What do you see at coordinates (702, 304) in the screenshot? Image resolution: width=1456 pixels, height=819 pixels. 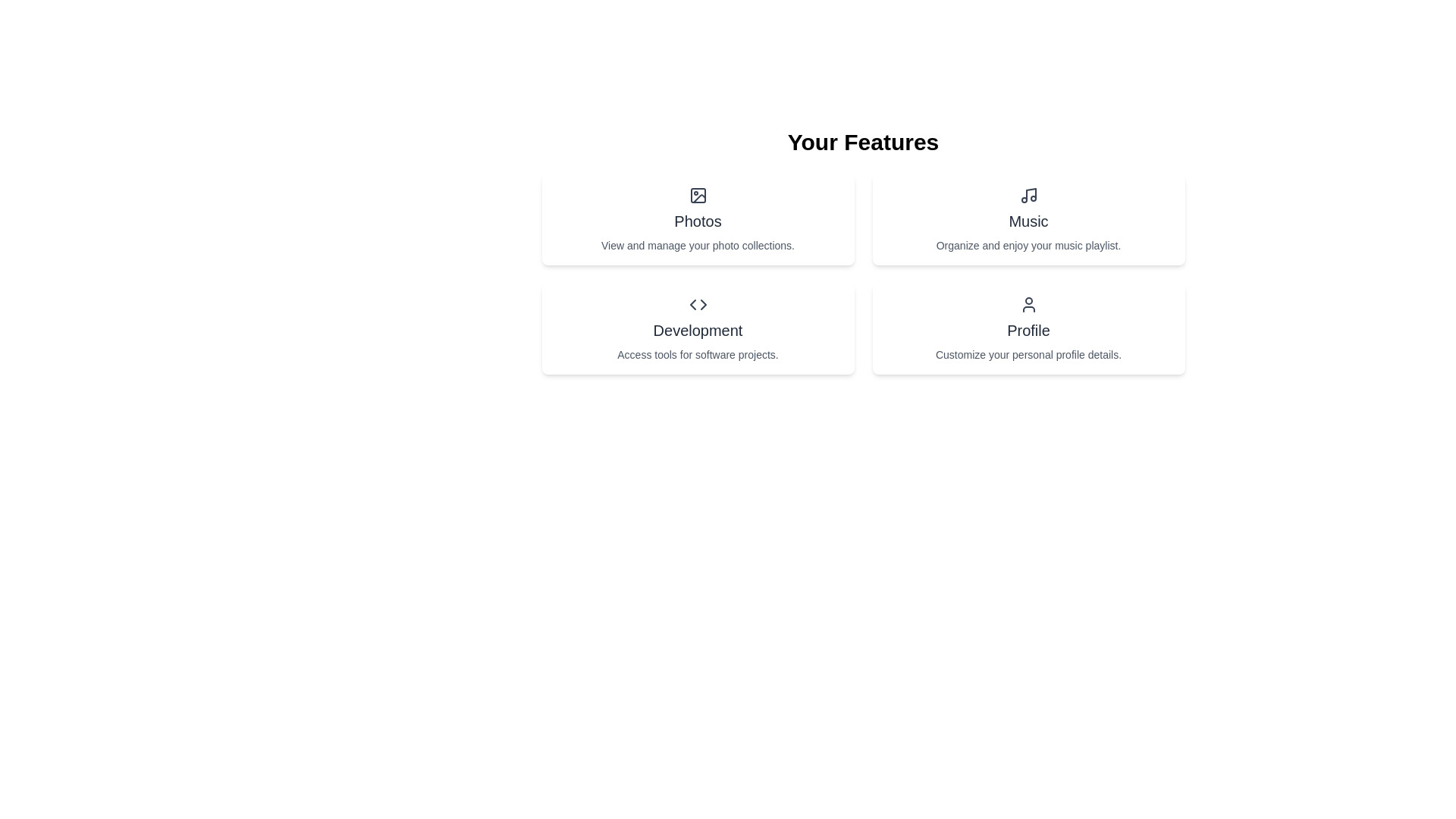 I see `the right-pointing triangular SVG icon located at the top-left of the 'Development' feature card` at bounding box center [702, 304].